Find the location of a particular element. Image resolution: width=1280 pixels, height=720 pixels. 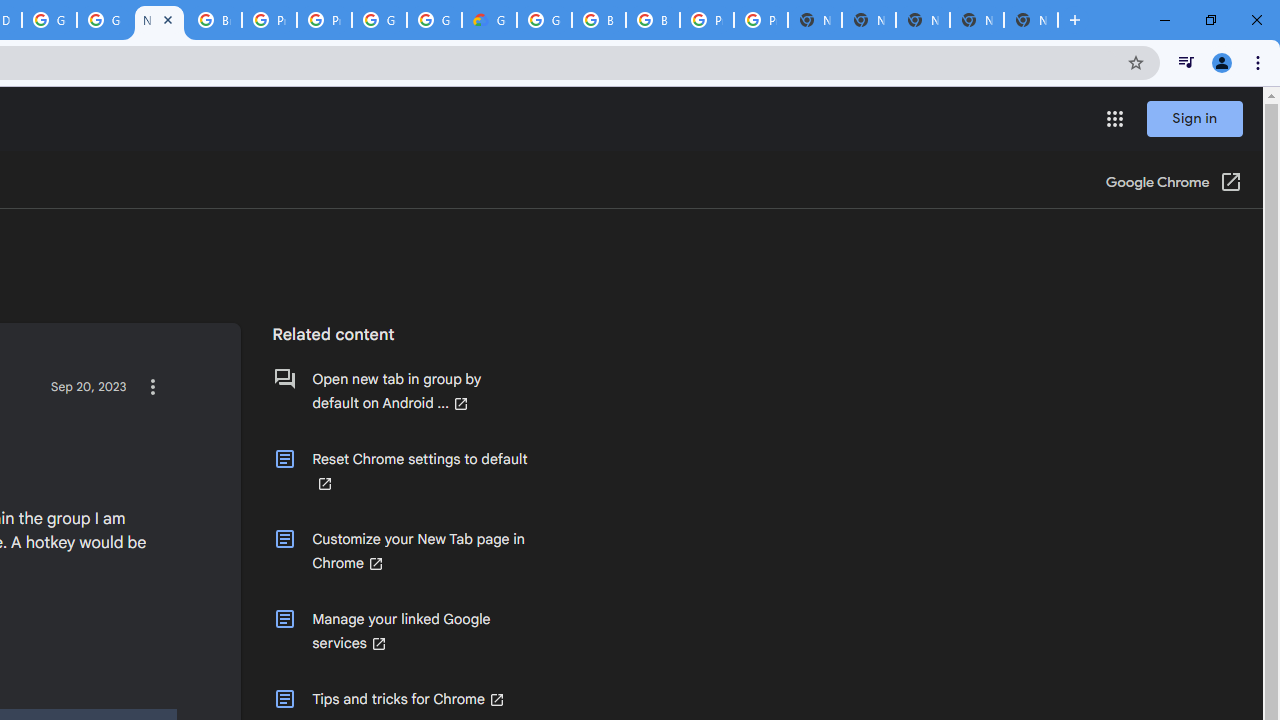

'Reset Chrome settings to default (Opens in a new window)' is located at coordinates (400, 471).